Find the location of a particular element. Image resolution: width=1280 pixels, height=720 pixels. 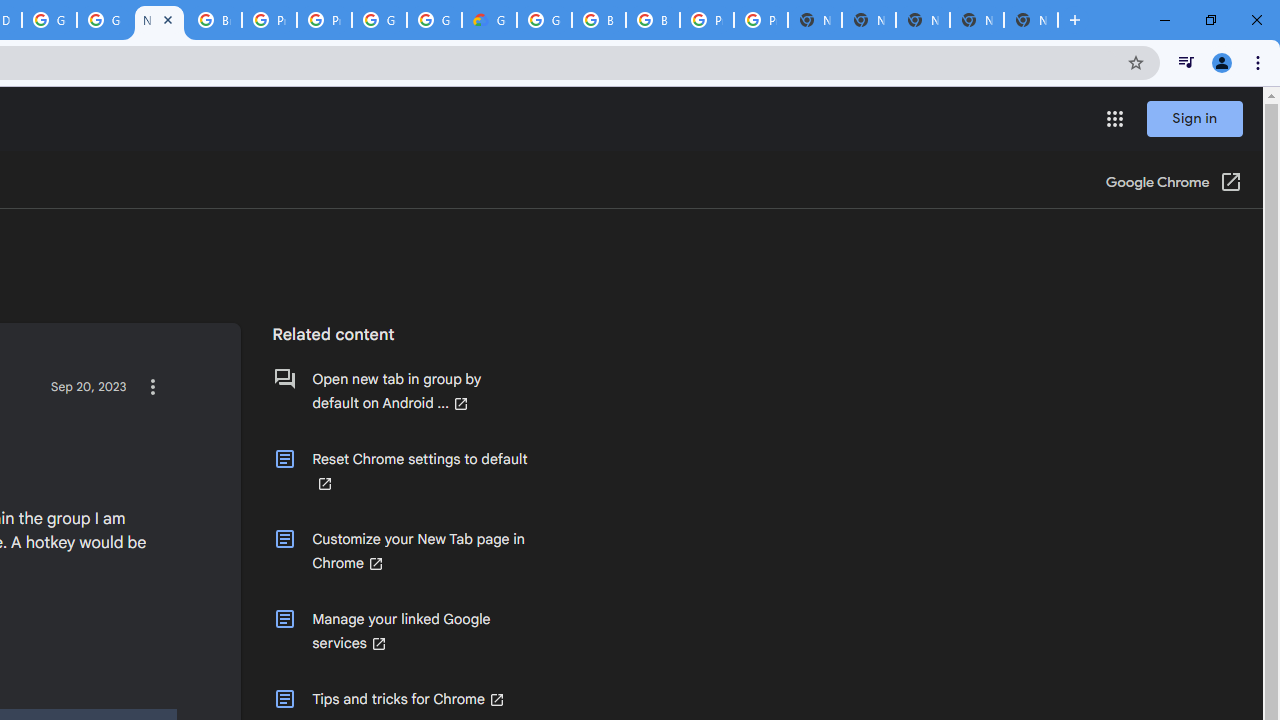

'Reset Chrome settings to default (Opens in a new window)' is located at coordinates (400, 471).